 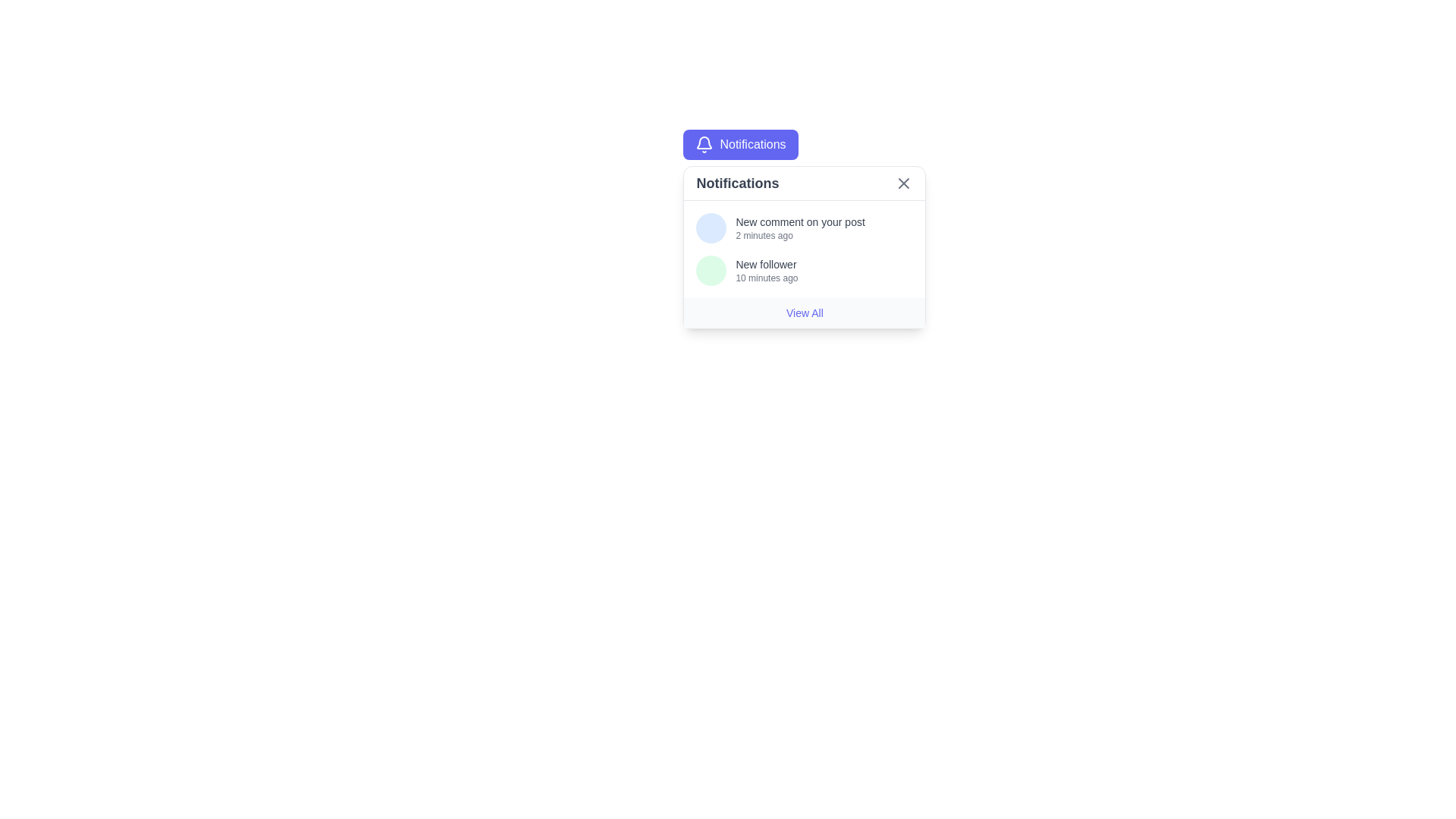 I want to click on the first notification item in the notification modal that informs the user about a new comment on their post, so click(x=804, y=227).